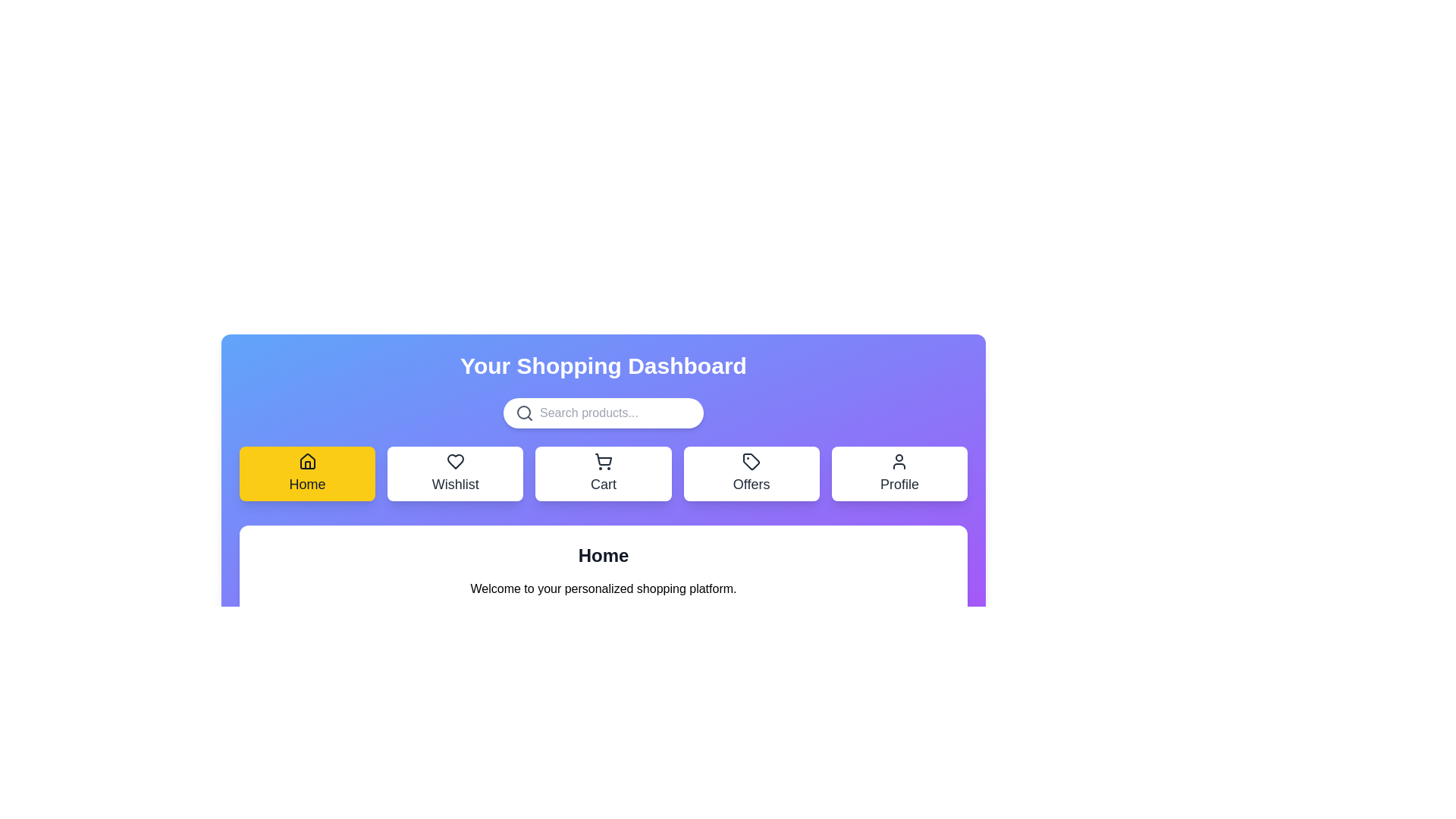 This screenshot has width=1456, height=819. I want to click on the button located in the bottom-right corner of the interface that navigates users to their profile section, so click(899, 472).